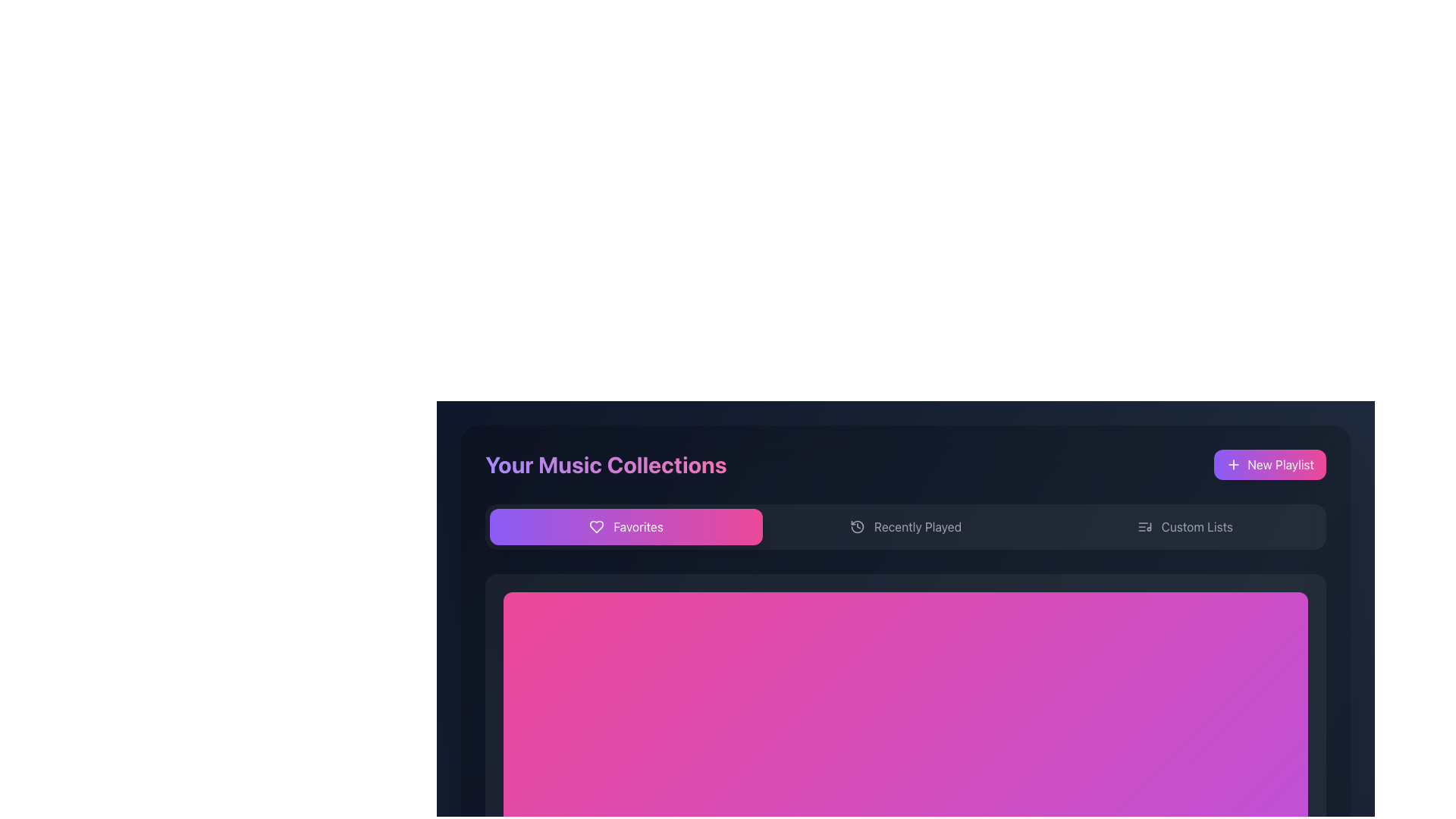 The image size is (1456, 819). Describe the element at coordinates (1280, 464) in the screenshot. I see `the 'Create New Playlist' button located in the top-right corner of the 'Your Music Collections' panel` at that location.